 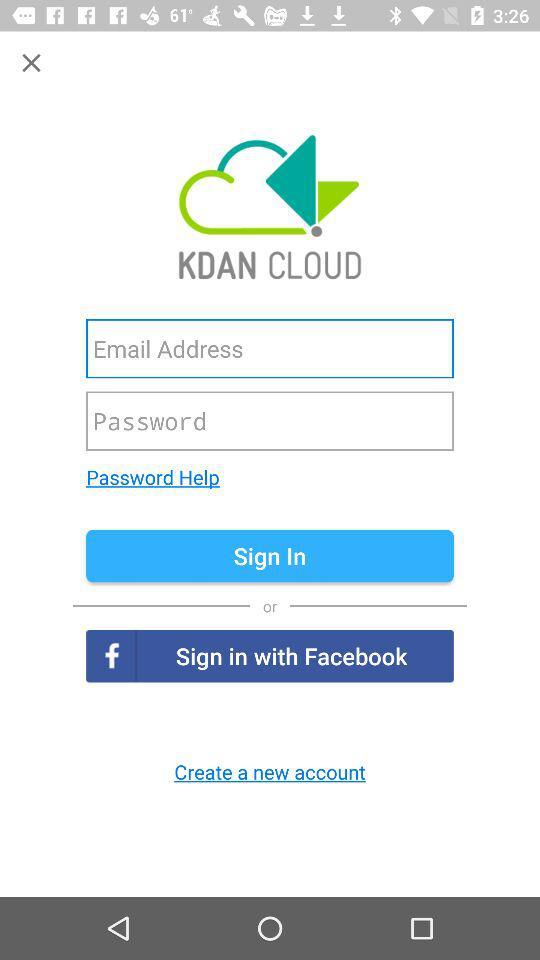 What do you see at coordinates (30, 62) in the screenshot?
I see `button` at bounding box center [30, 62].